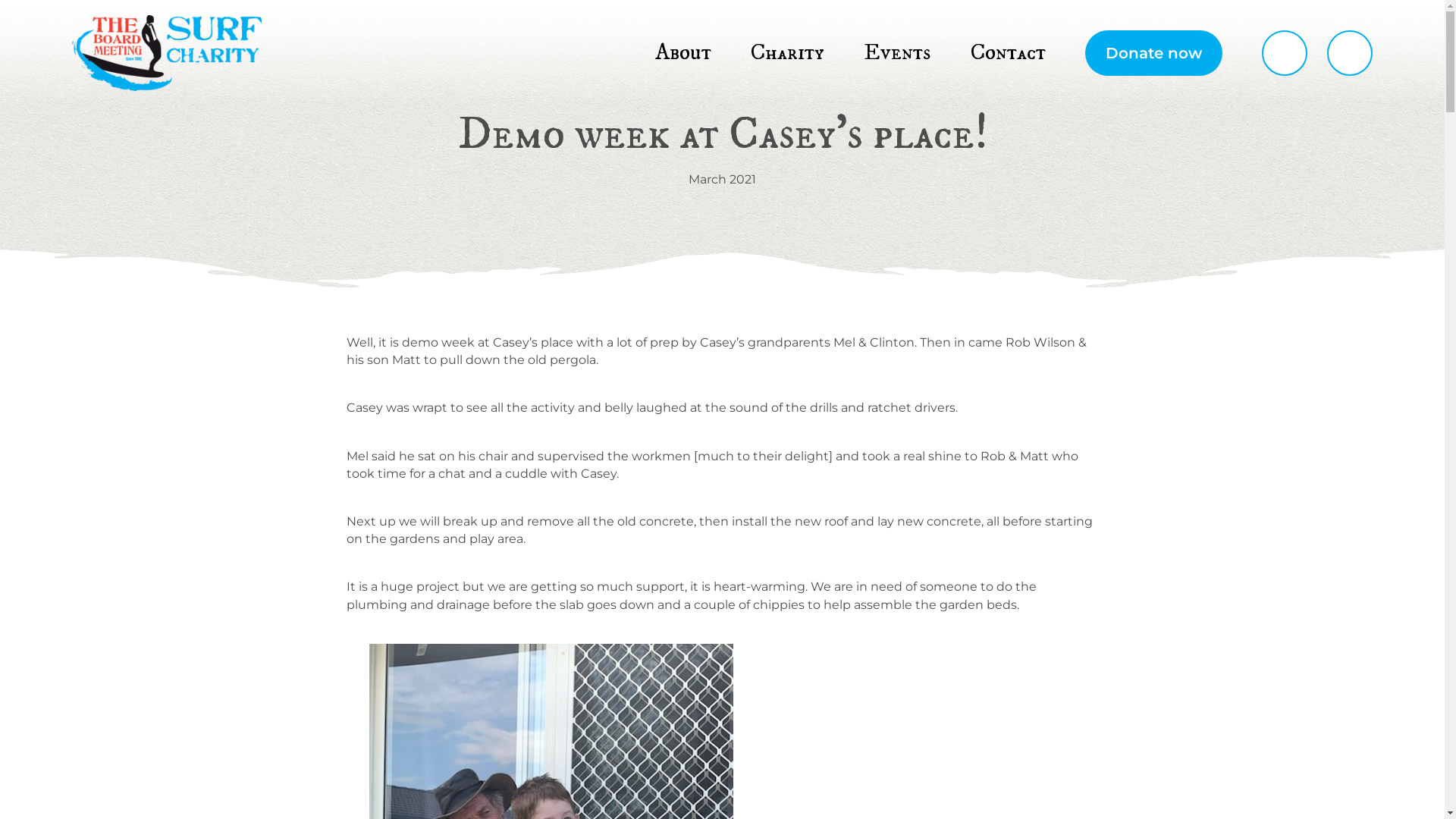 This screenshot has height=819, width=1456. I want to click on 'About', so click(682, 52).